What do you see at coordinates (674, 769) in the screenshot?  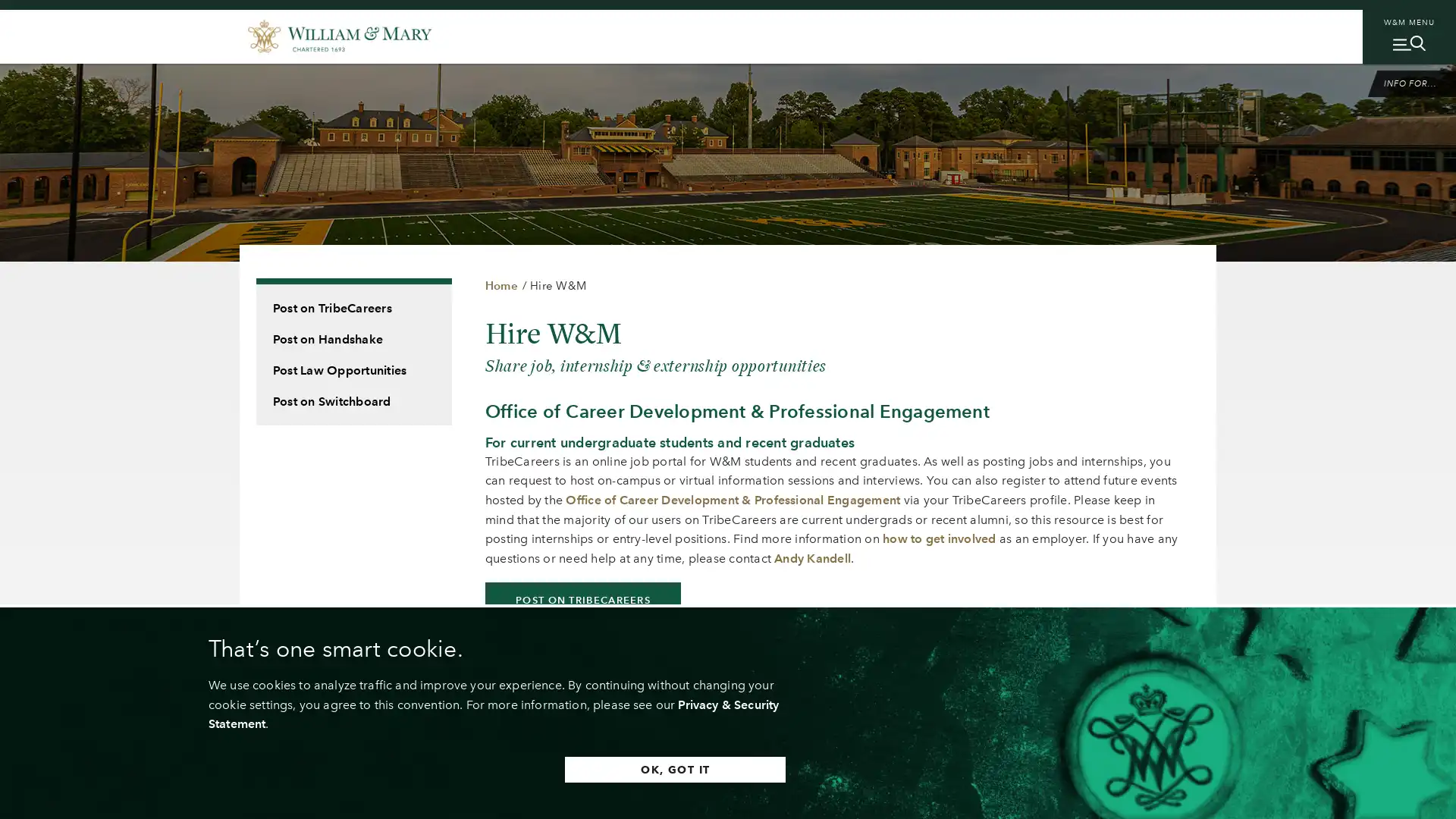 I see `OK, GOT IT` at bounding box center [674, 769].